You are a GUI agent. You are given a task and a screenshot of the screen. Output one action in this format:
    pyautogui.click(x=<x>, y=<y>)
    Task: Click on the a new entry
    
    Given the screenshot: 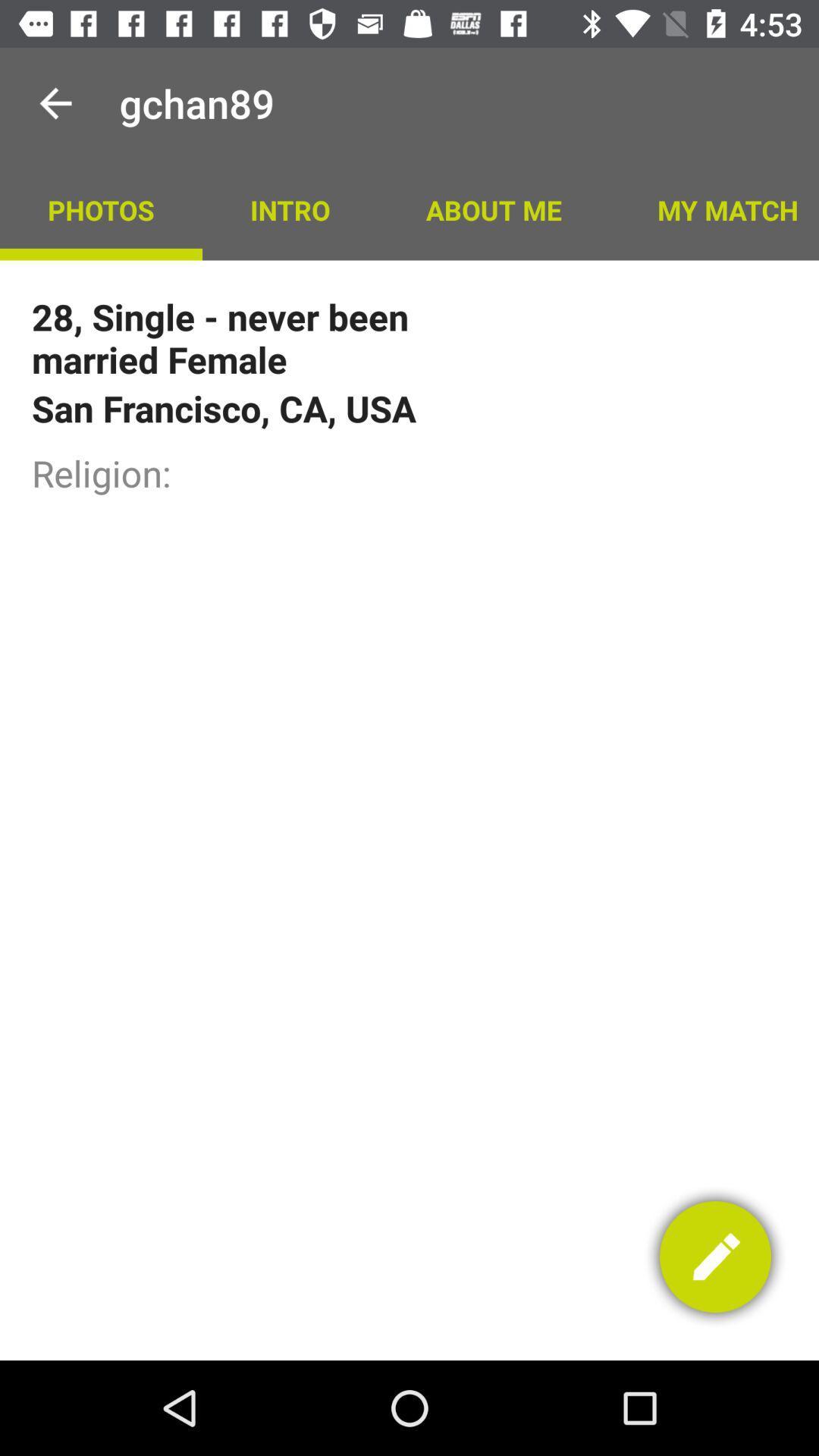 What is the action you would take?
    pyautogui.click(x=715, y=1257)
    